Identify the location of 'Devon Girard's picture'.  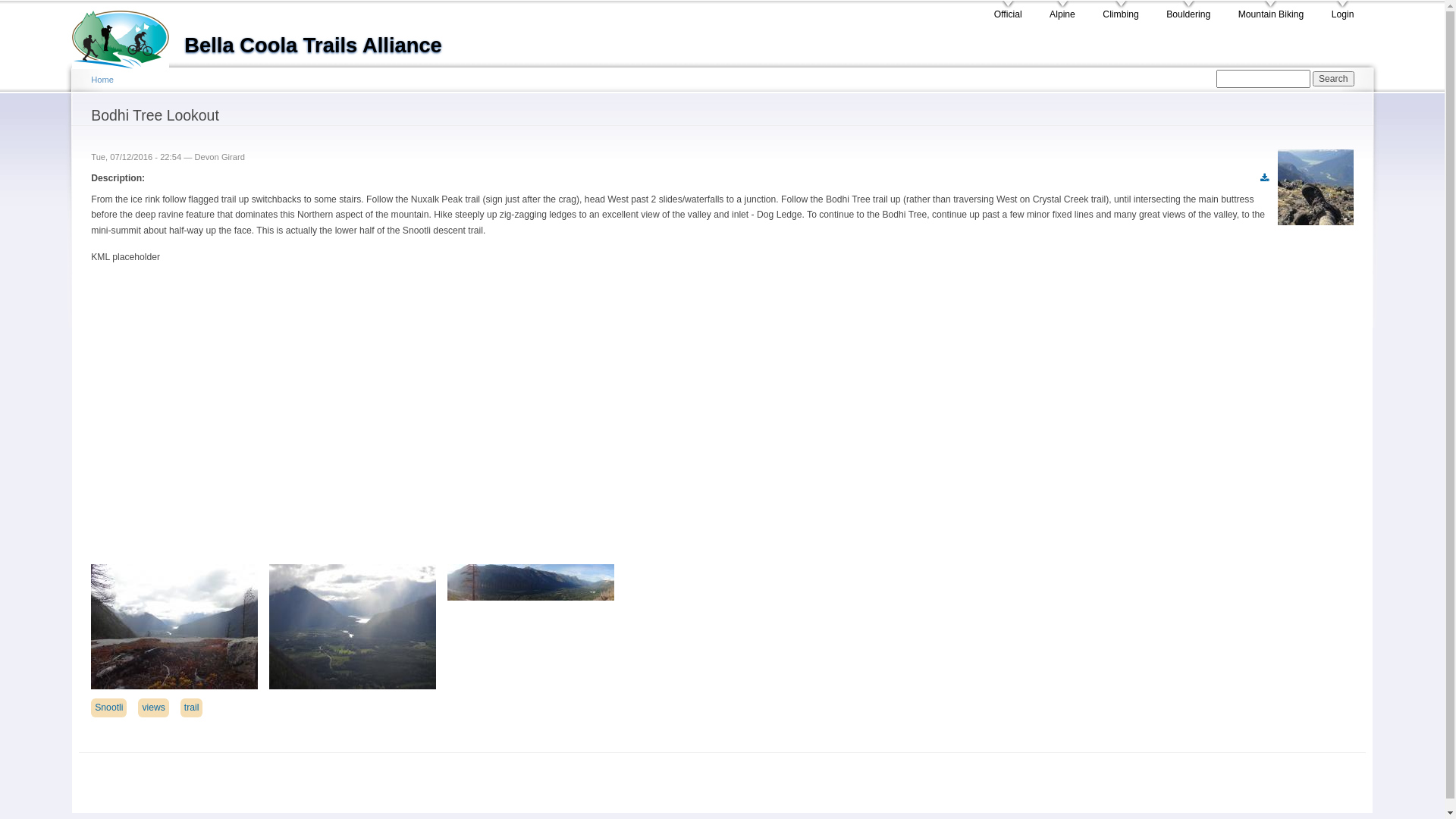
(1276, 186).